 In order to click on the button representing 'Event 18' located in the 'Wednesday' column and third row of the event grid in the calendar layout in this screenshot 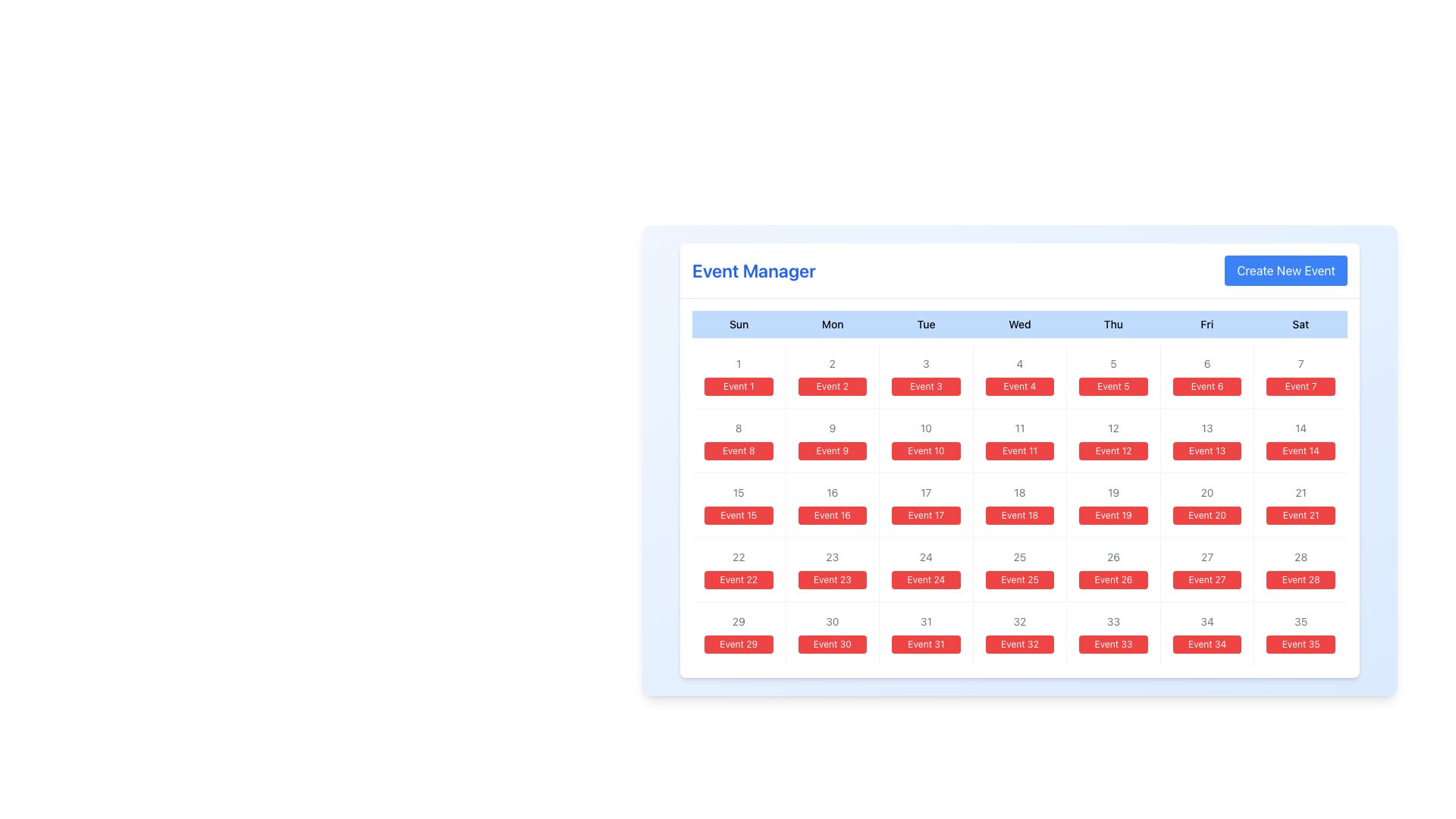, I will do `click(1019, 488)`.